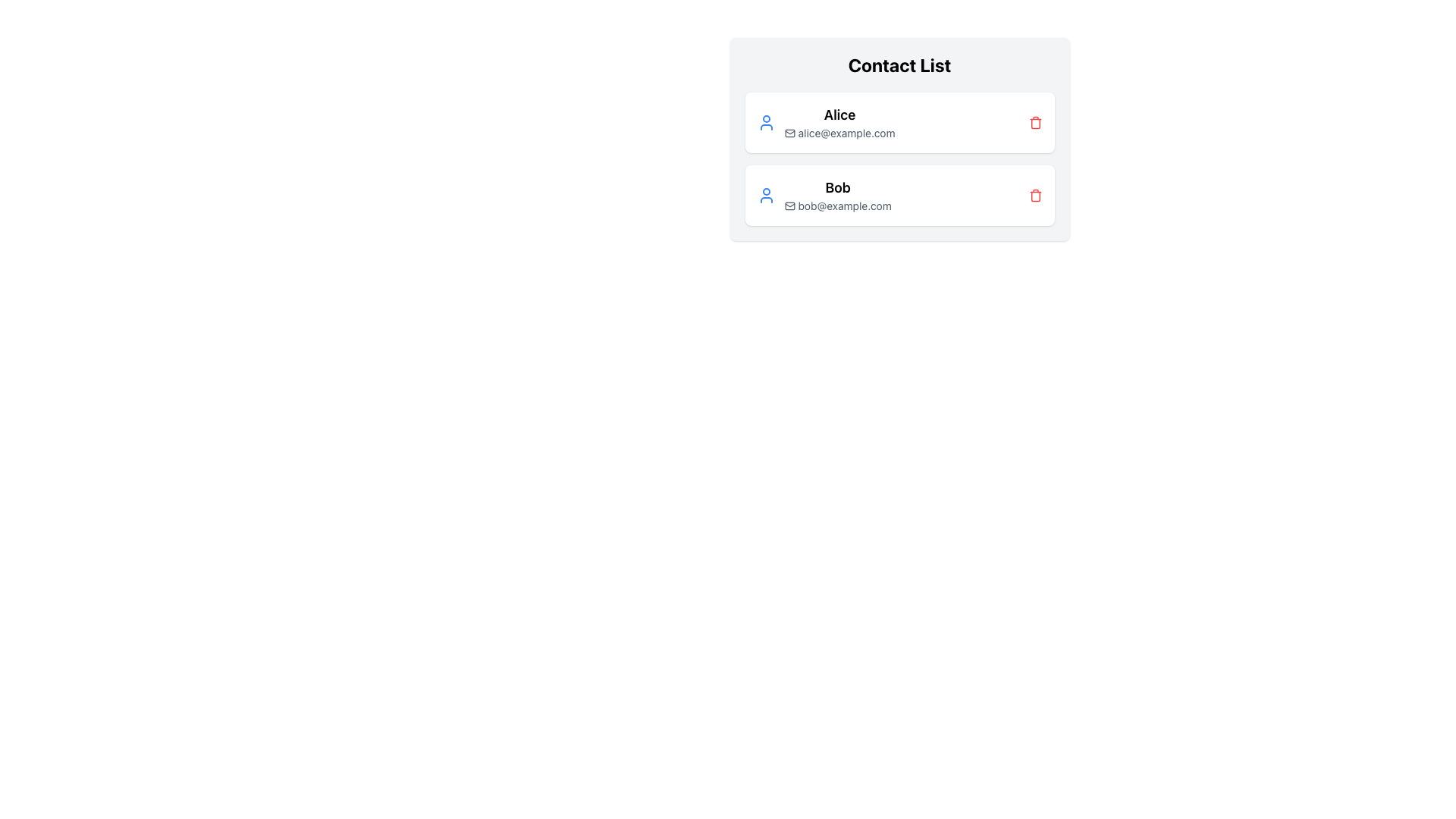 Image resolution: width=1456 pixels, height=819 pixels. Describe the element at coordinates (839, 122) in the screenshot. I see `the Composite text element displaying 'Alice' and 'alice@example.com' in the 'Contact List' section` at that location.